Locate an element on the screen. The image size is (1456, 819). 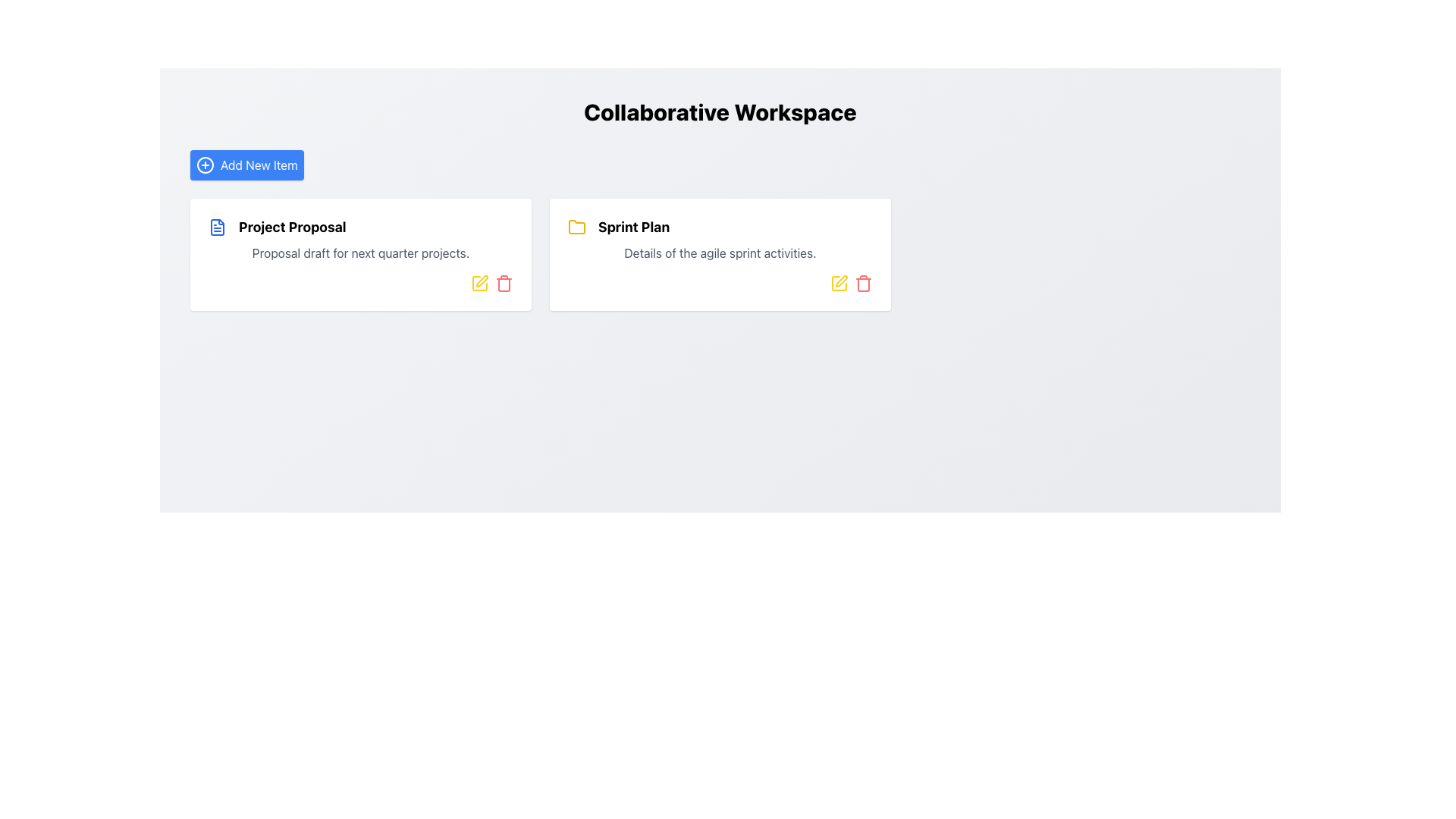
the circular plus icon located to the left of the 'Add New Item' text within the blue rectangle at the top left of the interface is located at coordinates (204, 165).